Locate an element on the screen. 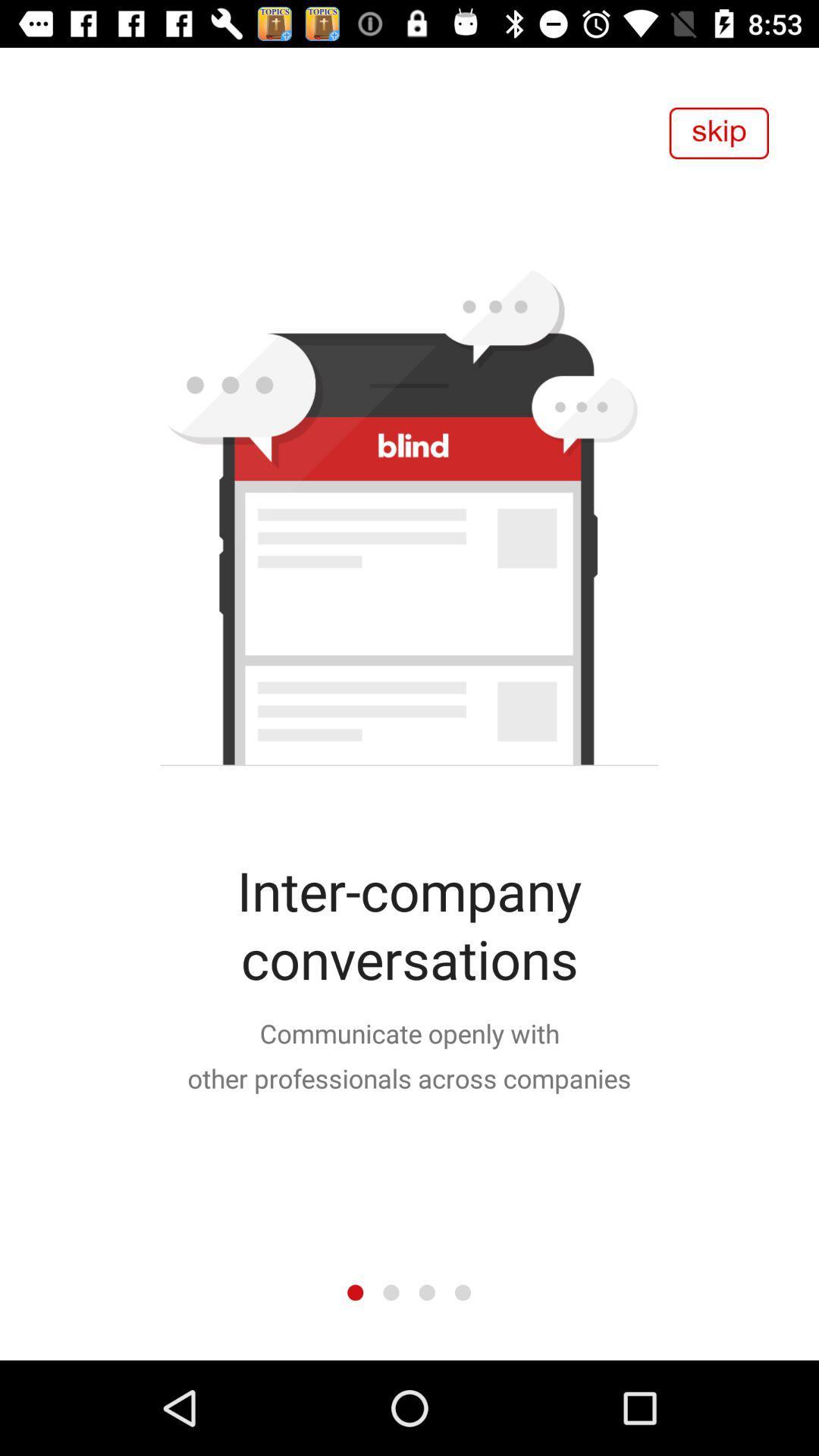 The image size is (819, 1456). skip this is located at coordinates (718, 133).